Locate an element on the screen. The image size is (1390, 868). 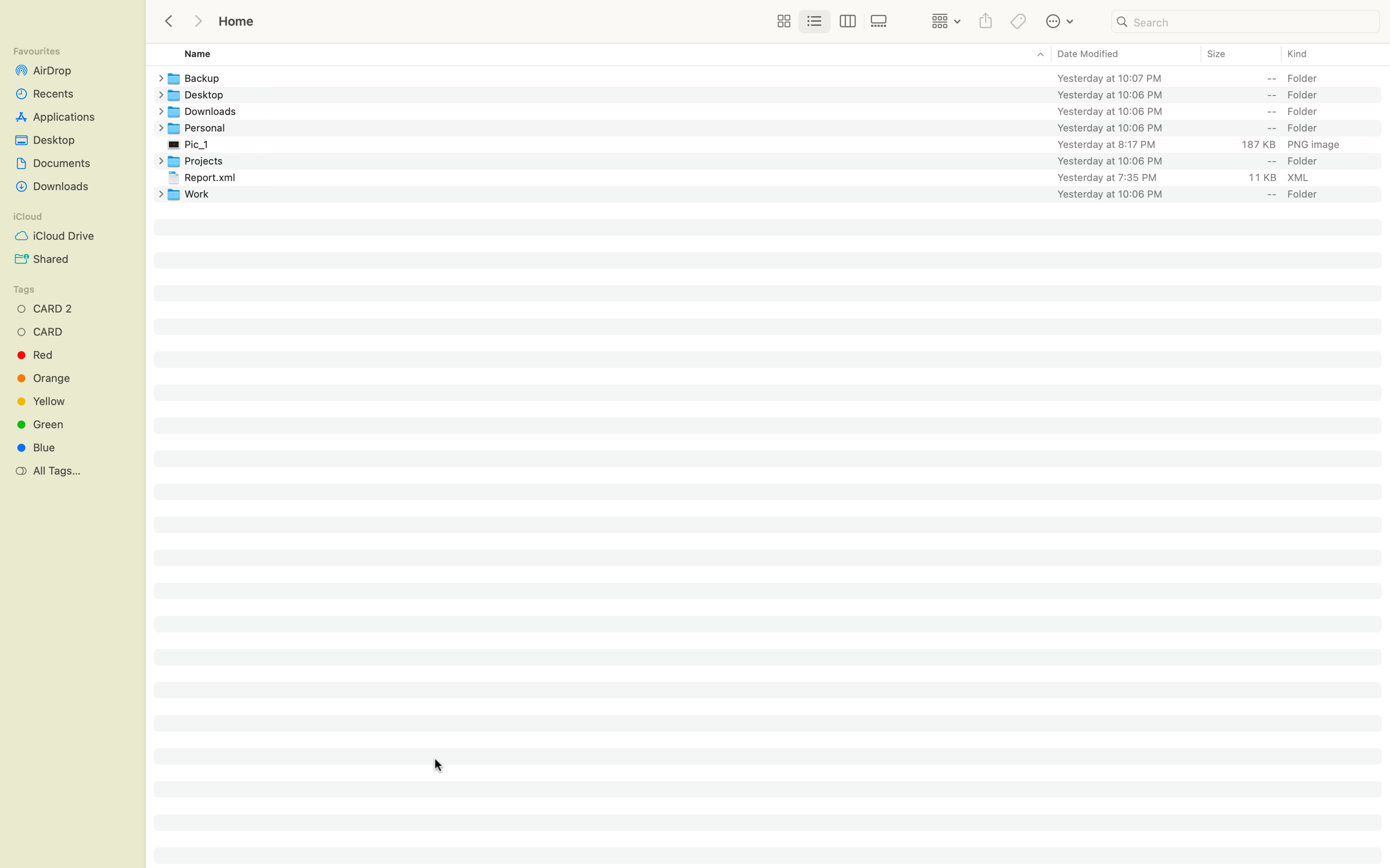
Go to the Downloads file location and backtrack to the last folder accessed is located at coordinates (778, 110).